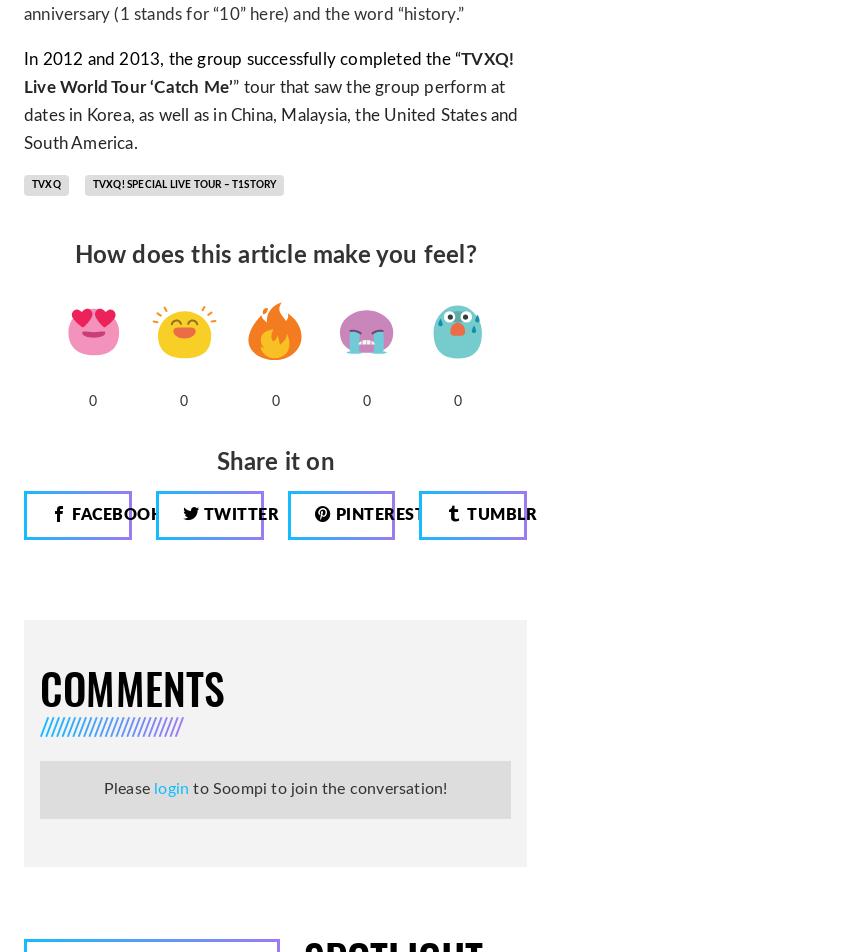  Describe the element at coordinates (269, 115) in the screenshot. I see `'” tour that saw the group perform at dates in Korea, as well as in China, Malaysia, the United States and South America.'` at that location.